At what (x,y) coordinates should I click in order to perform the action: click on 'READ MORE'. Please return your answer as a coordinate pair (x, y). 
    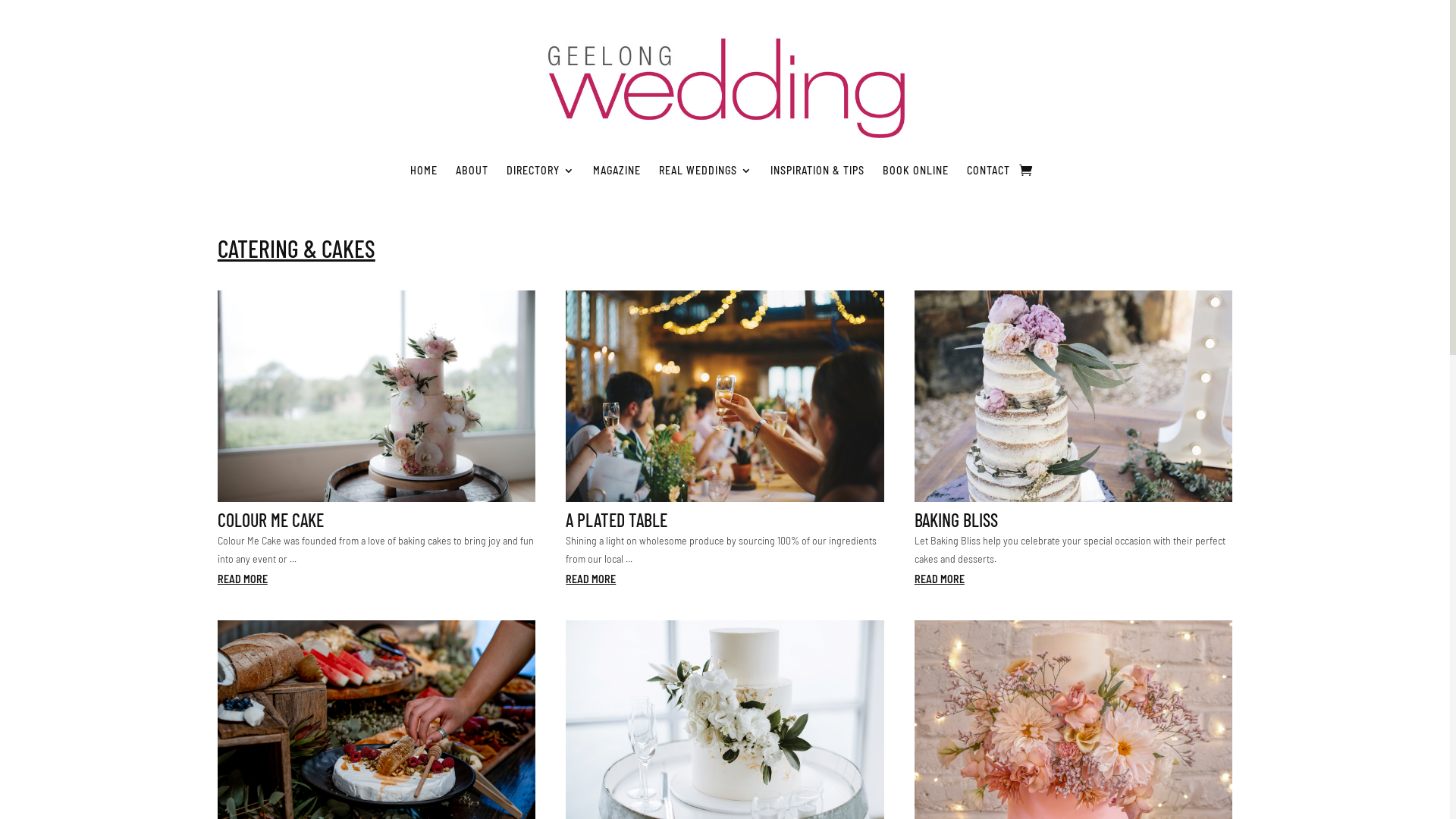
    Looking at the image, I should click on (243, 579).